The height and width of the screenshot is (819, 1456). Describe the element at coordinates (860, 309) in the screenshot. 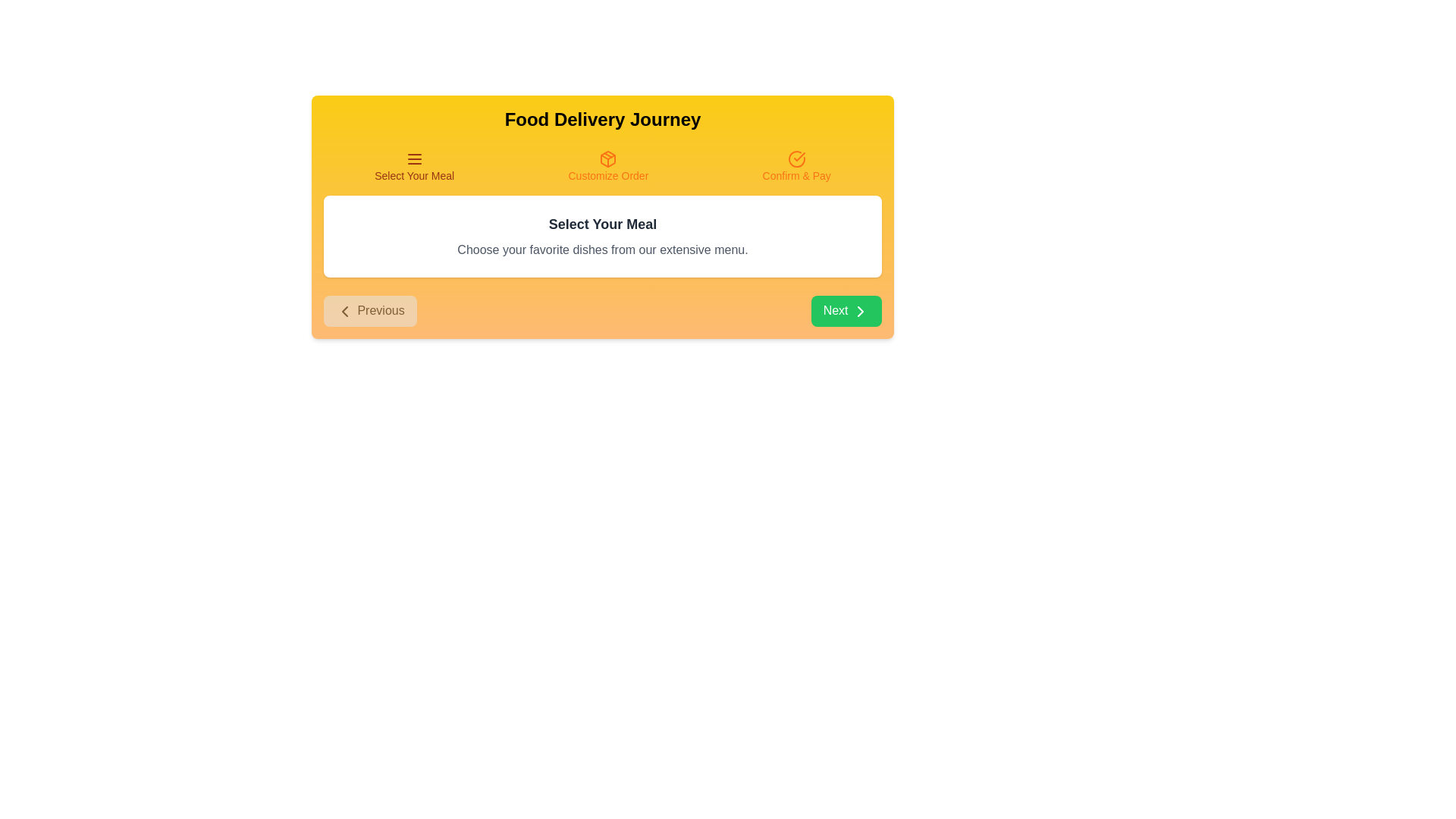

I see `the 'Next' button located in the bottom-right corner of the interface` at that location.